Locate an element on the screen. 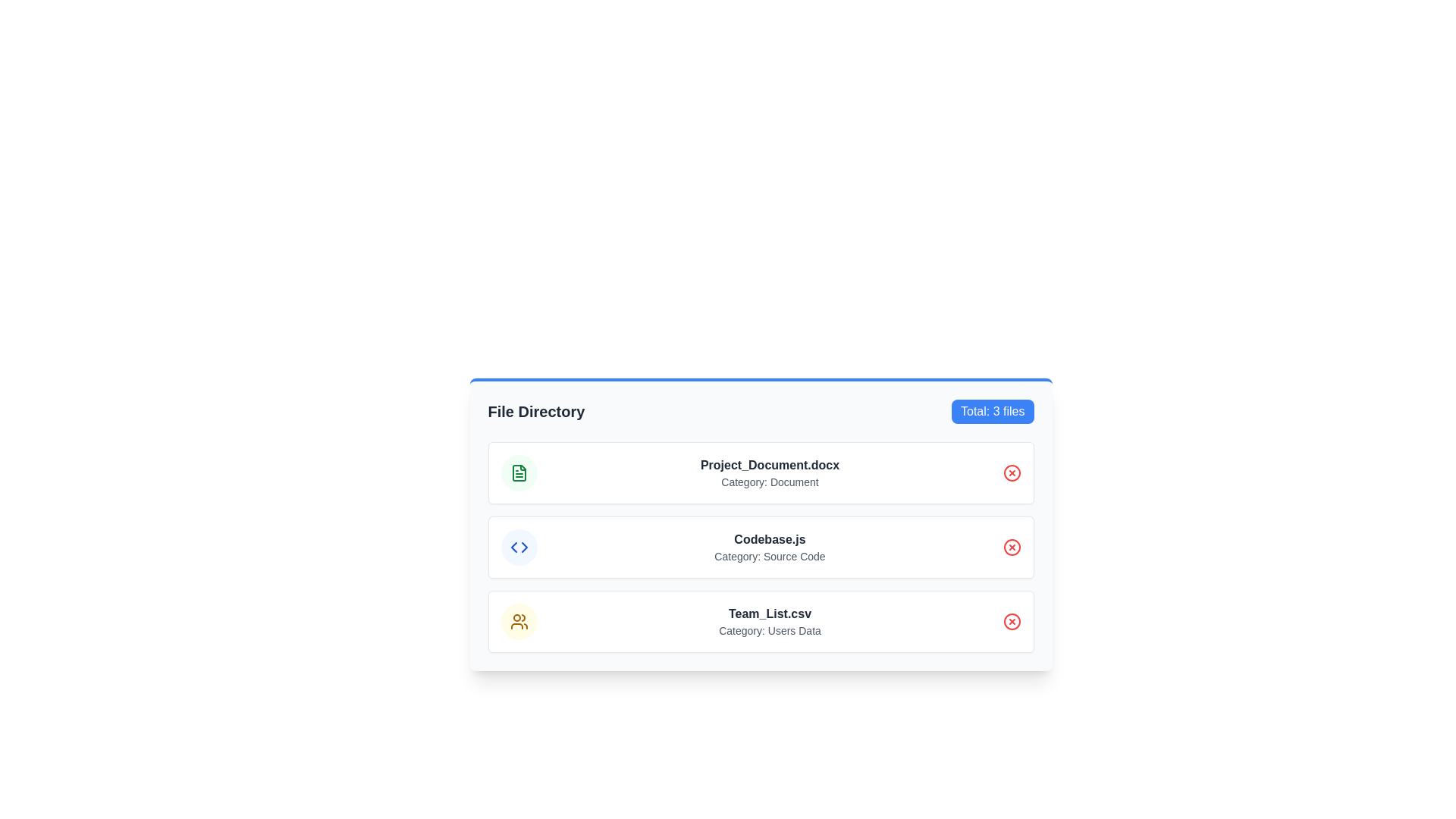 This screenshot has width=1456, height=819. the third card entry labeled 'Team_List.csv' in the directory is located at coordinates (761, 622).